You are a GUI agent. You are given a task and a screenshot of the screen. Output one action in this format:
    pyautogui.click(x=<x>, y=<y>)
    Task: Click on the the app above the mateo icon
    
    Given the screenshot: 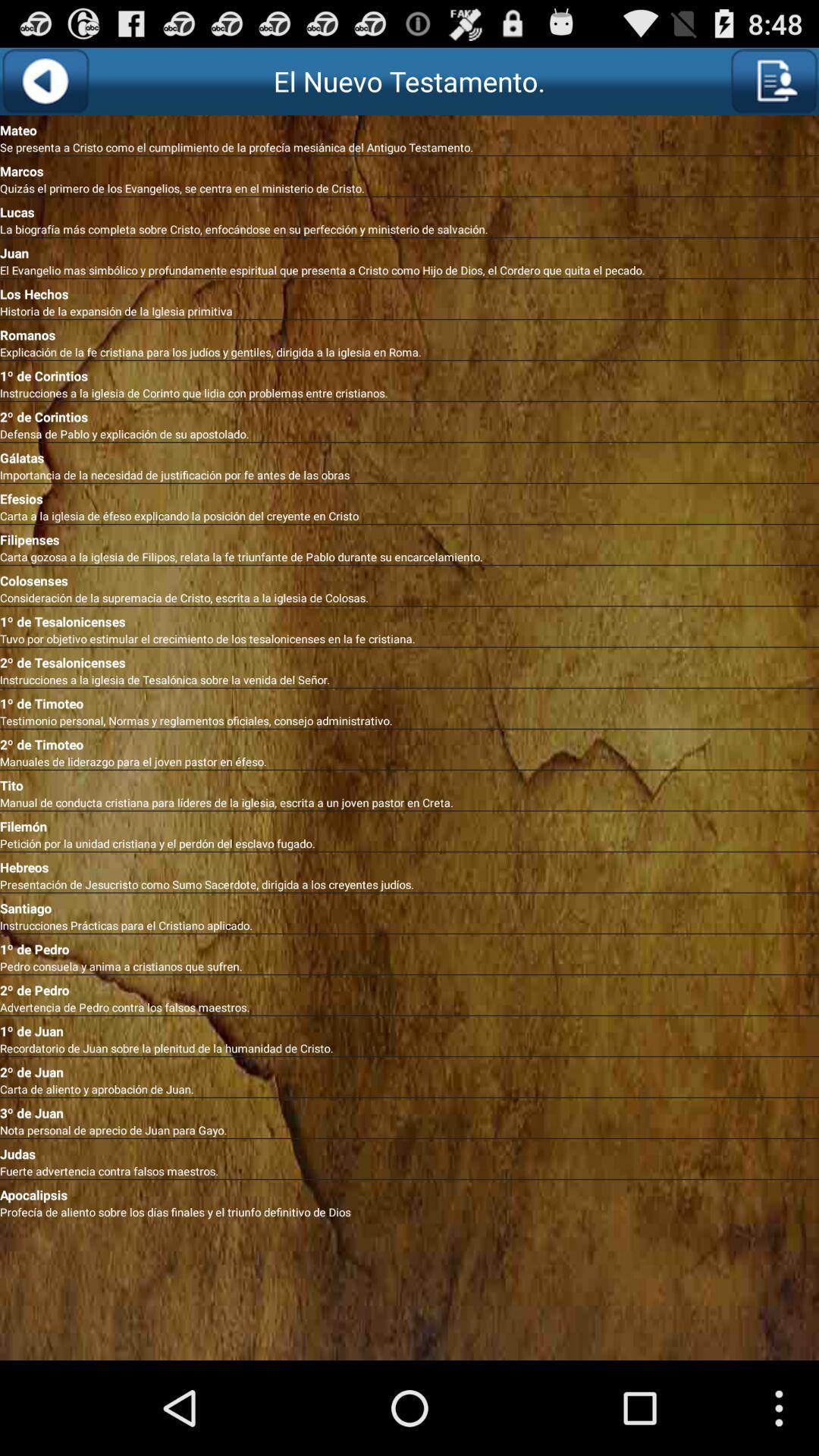 What is the action you would take?
    pyautogui.click(x=773, y=80)
    